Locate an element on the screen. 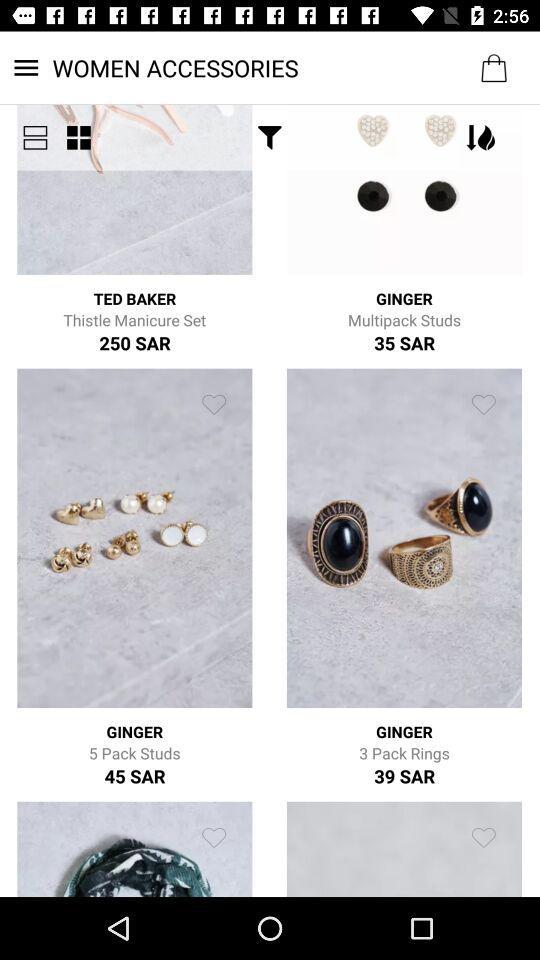 Image resolution: width=540 pixels, height=960 pixels. the top left button in first image is located at coordinates (35, 136).